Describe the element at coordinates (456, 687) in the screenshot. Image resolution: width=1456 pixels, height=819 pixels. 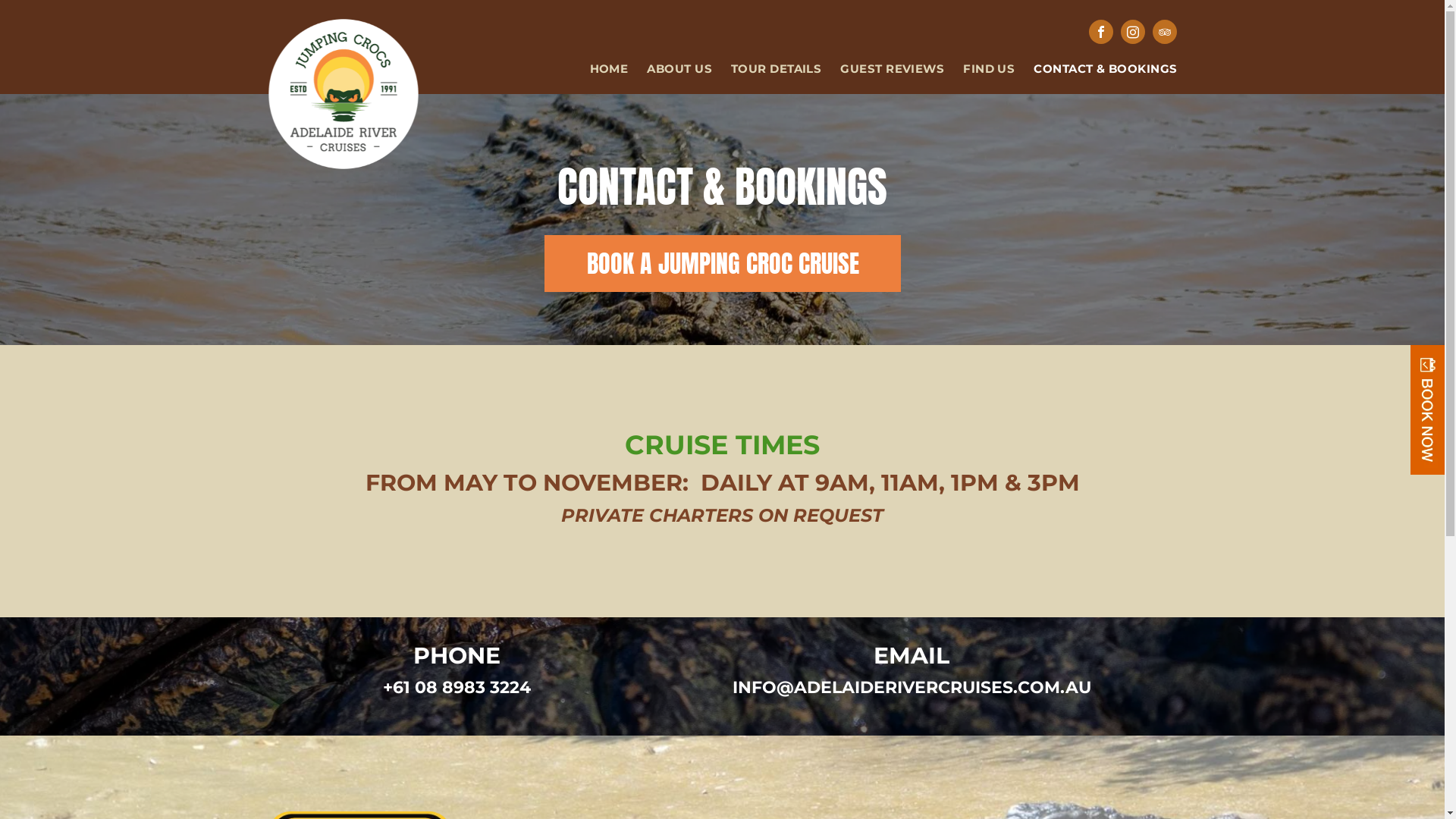
I see `'+61 08 8983 3224'` at that location.